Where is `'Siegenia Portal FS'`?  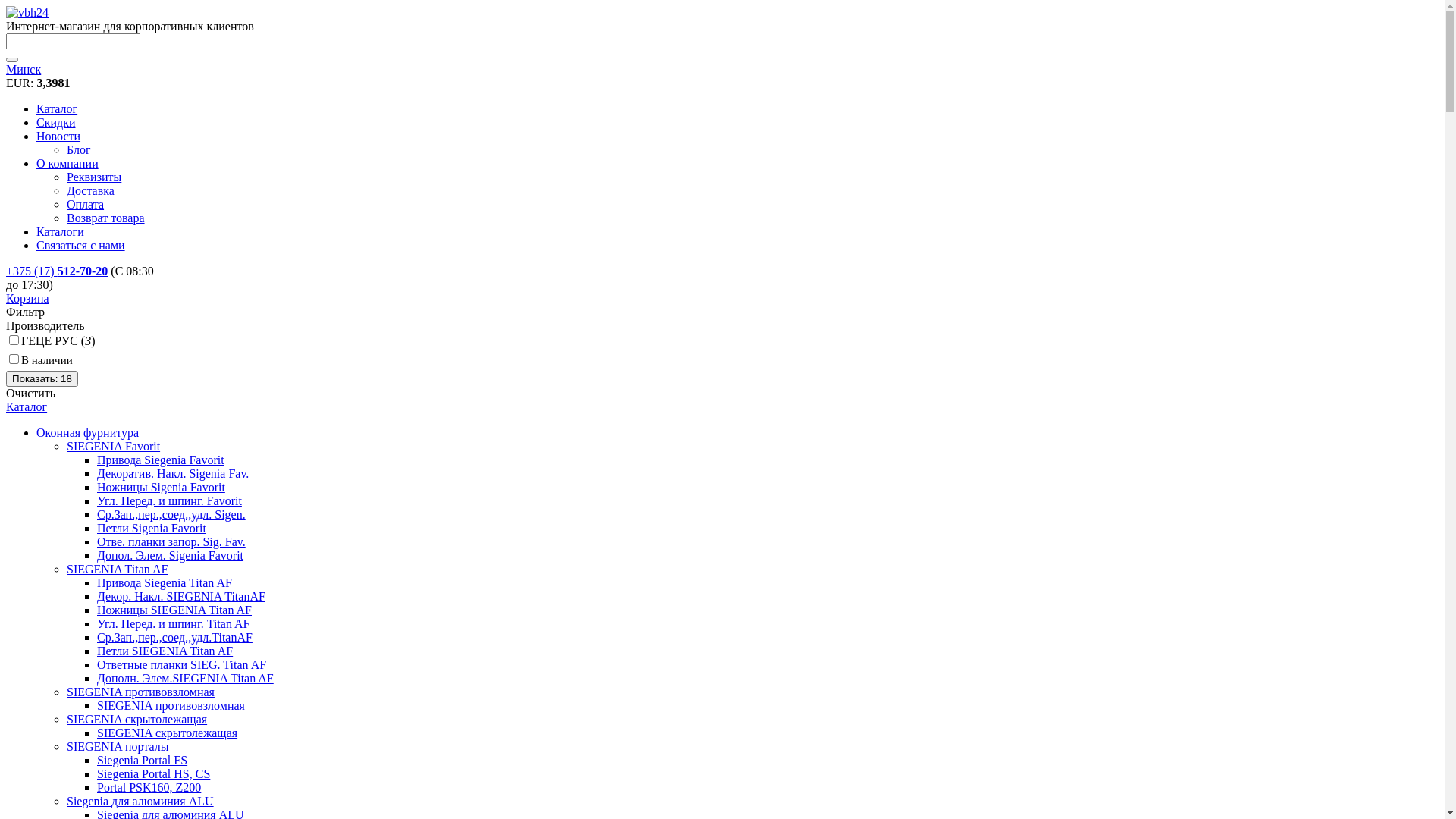 'Siegenia Portal FS' is located at coordinates (96, 760).